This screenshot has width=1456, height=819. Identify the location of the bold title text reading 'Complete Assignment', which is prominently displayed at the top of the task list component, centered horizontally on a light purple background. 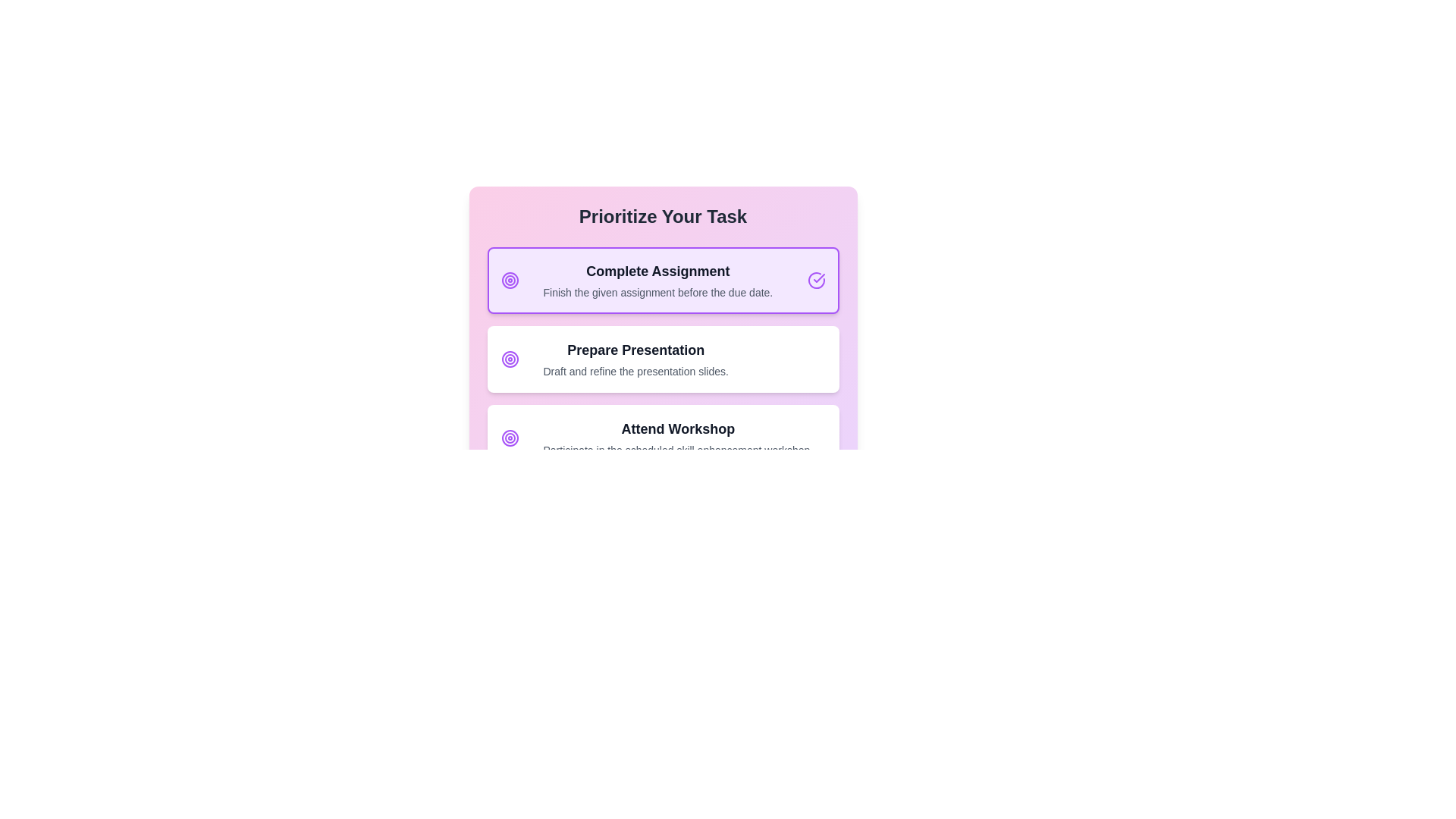
(657, 271).